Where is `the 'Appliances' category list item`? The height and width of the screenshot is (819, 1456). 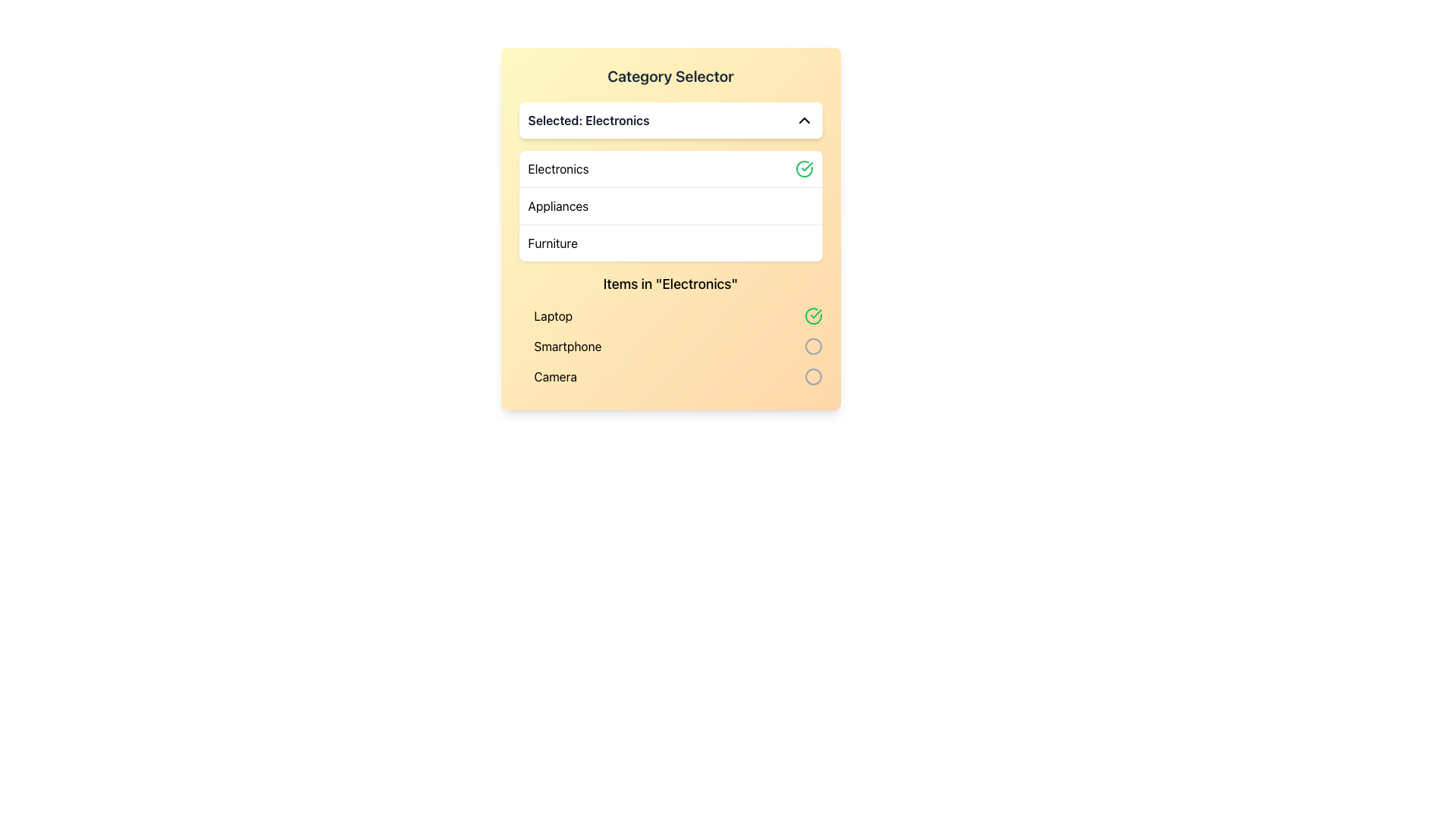 the 'Appliances' category list item is located at coordinates (670, 206).